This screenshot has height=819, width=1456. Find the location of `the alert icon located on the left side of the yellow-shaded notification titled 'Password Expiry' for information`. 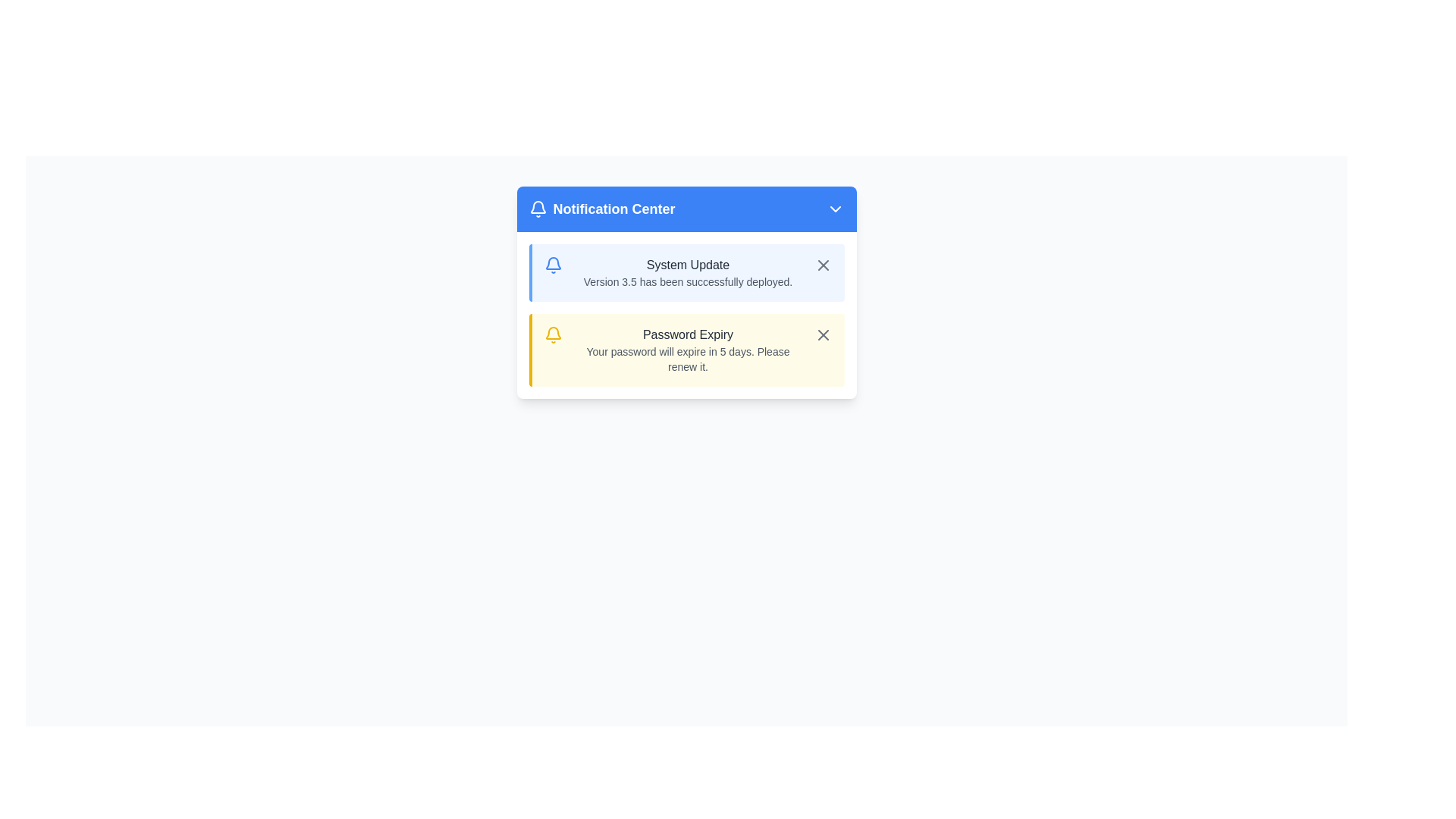

the alert icon located on the left side of the yellow-shaded notification titled 'Password Expiry' for information is located at coordinates (552, 334).